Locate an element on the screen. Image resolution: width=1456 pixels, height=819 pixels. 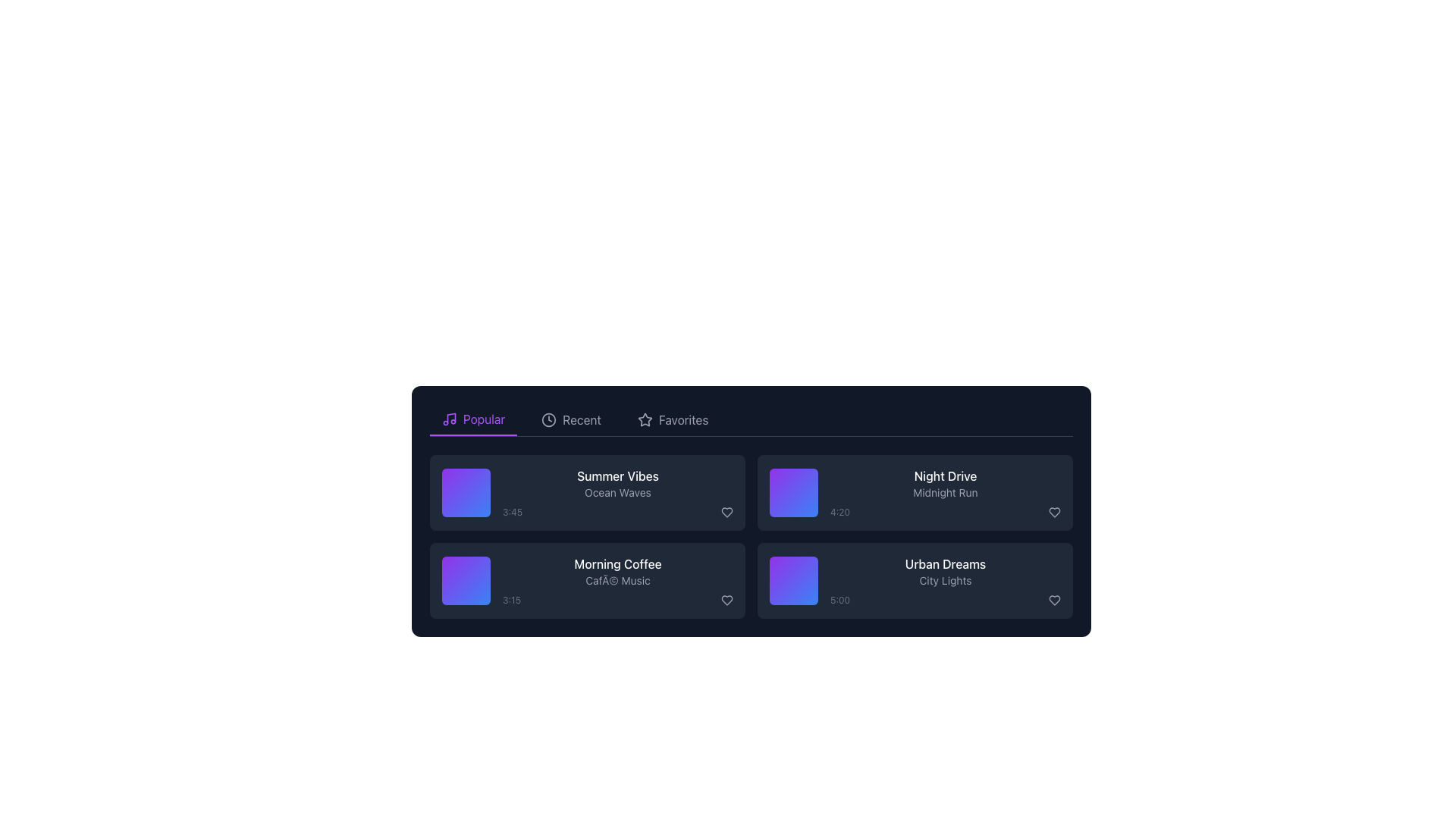
the heart icon located in the bottom-right corner of the second item in the left column of a grid layout is located at coordinates (726, 599).